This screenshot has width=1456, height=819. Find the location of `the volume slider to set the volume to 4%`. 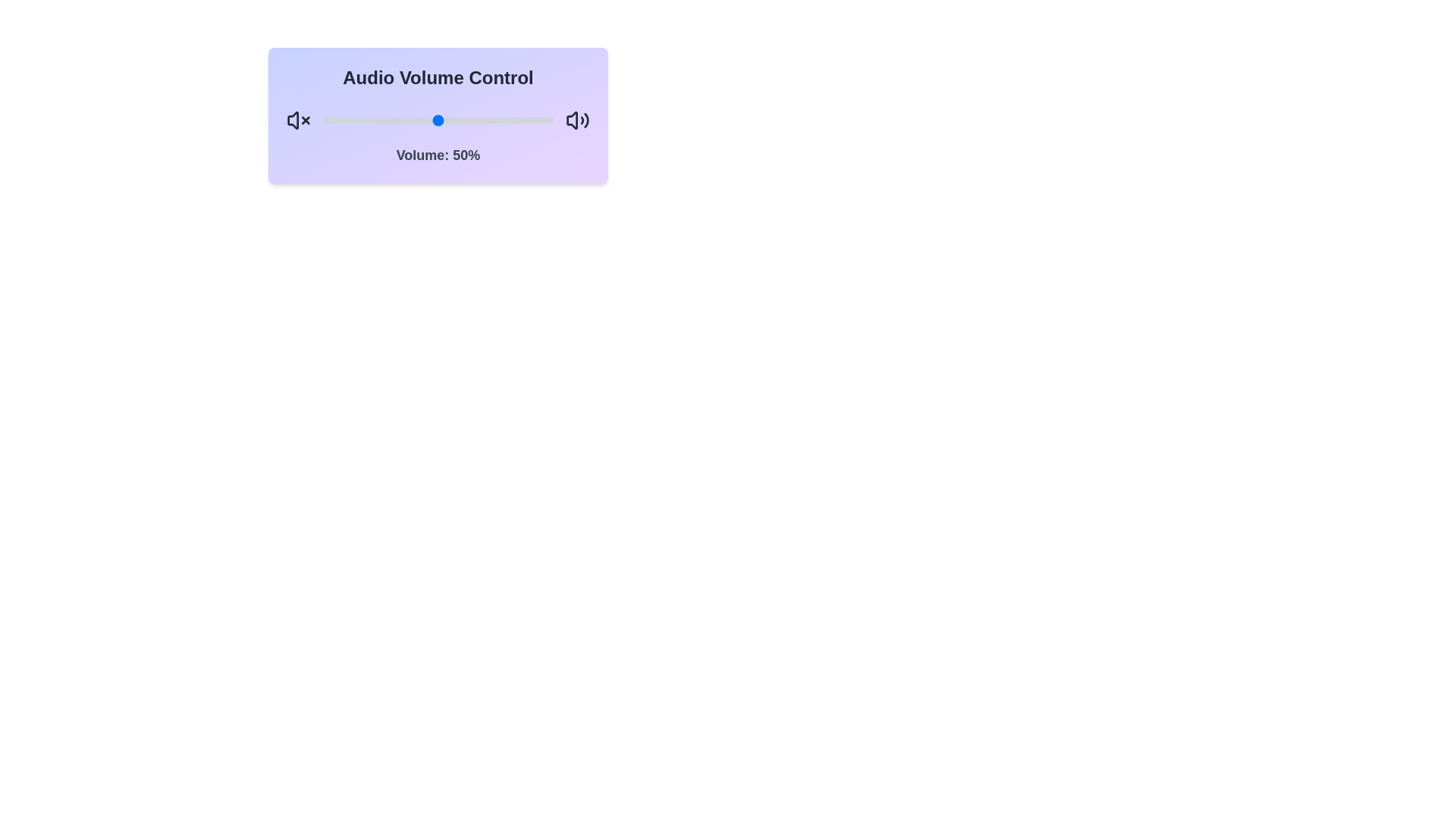

the volume slider to set the volume to 4% is located at coordinates (331, 119).